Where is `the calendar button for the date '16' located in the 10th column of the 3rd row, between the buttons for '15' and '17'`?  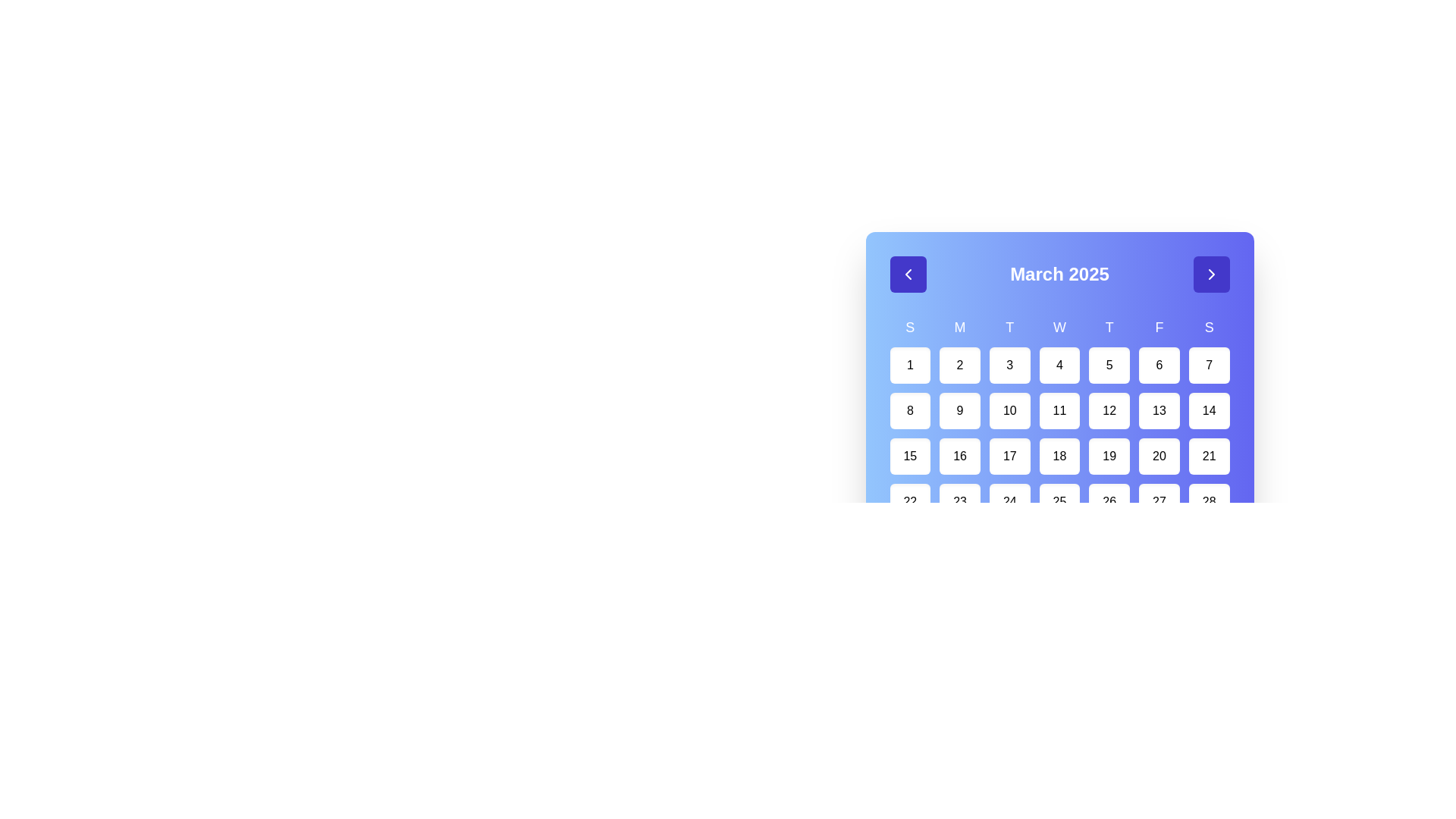 the calendar button for the date '16' located in the 10th column of the 3rd row, between the buttons for '15' and '17' is located at coordinates (959, 455).